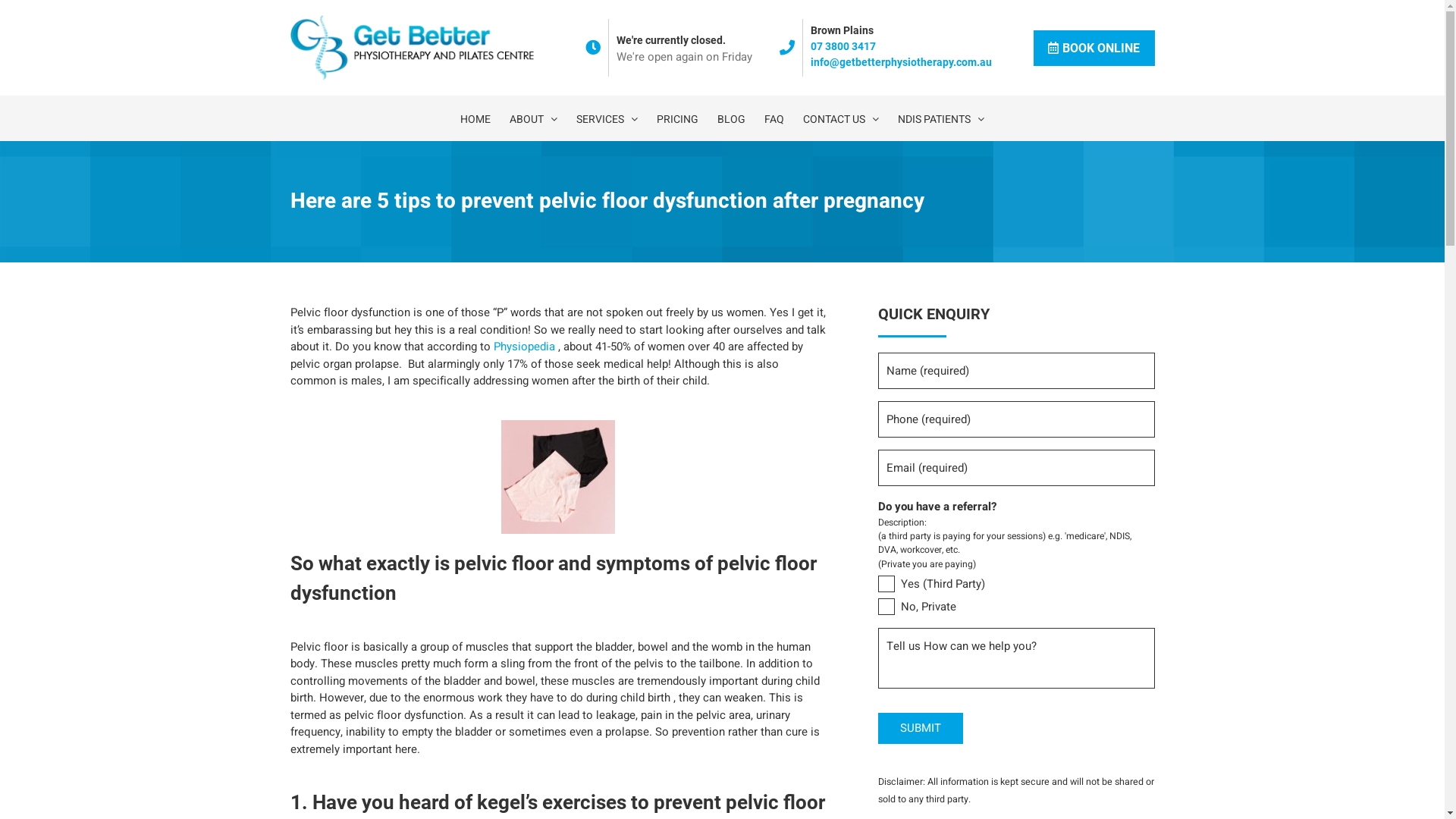 The image size is (1456, 819). What do you see at coordinates (501, 475) in the screenshot?
I see `'two-pairs-of-women-s-underwear'` at bounding box center [501, 475].